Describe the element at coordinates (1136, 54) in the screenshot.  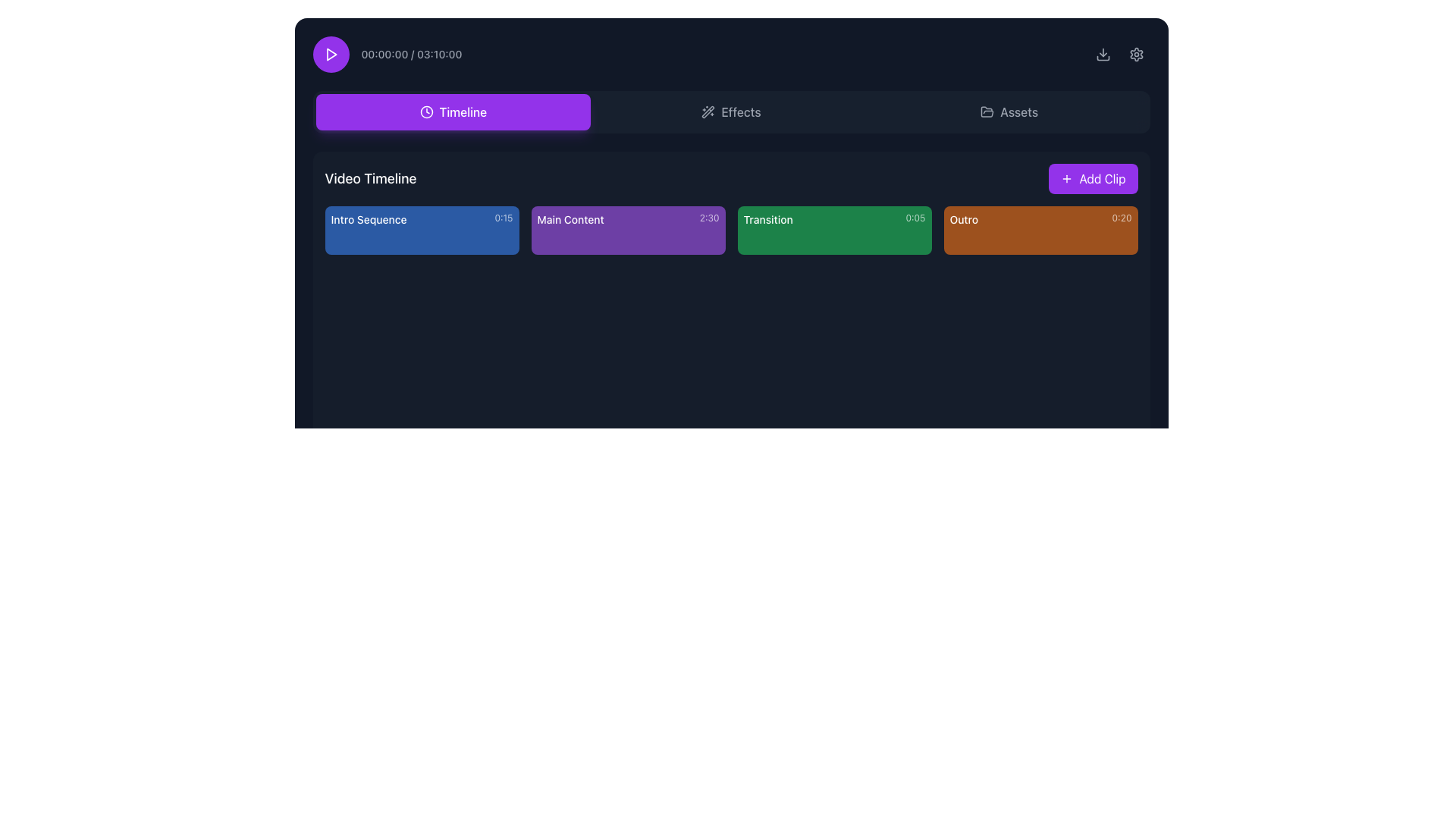
I see `the stylized gear icon located in the top-right corner of the interface` at that location.